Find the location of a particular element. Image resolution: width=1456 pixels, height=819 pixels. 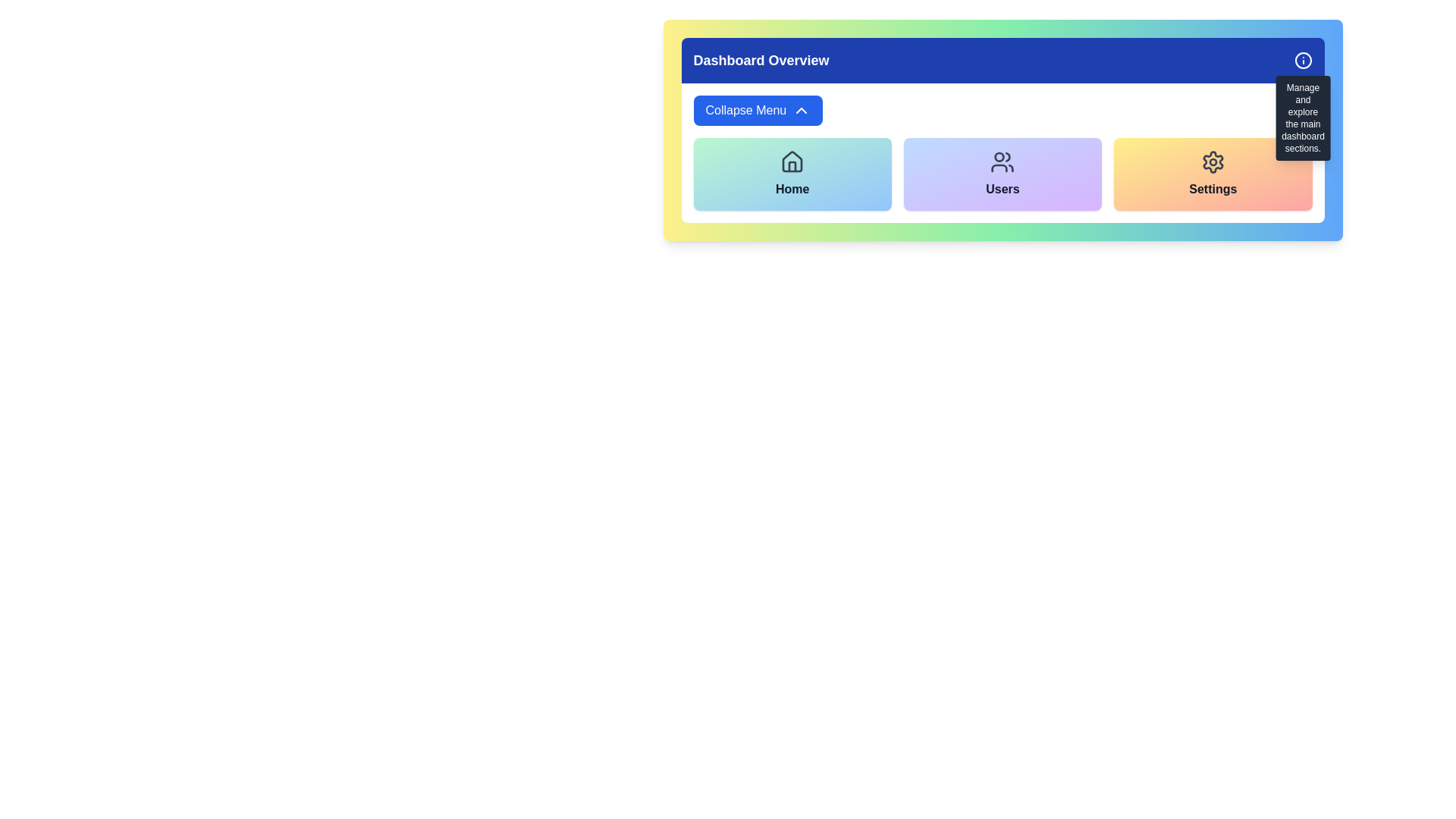

the Tooltip-trigger icon located at the top-right corner of the header section, to interact with it and display the information tooltip is located at coordinates (1302, 60).